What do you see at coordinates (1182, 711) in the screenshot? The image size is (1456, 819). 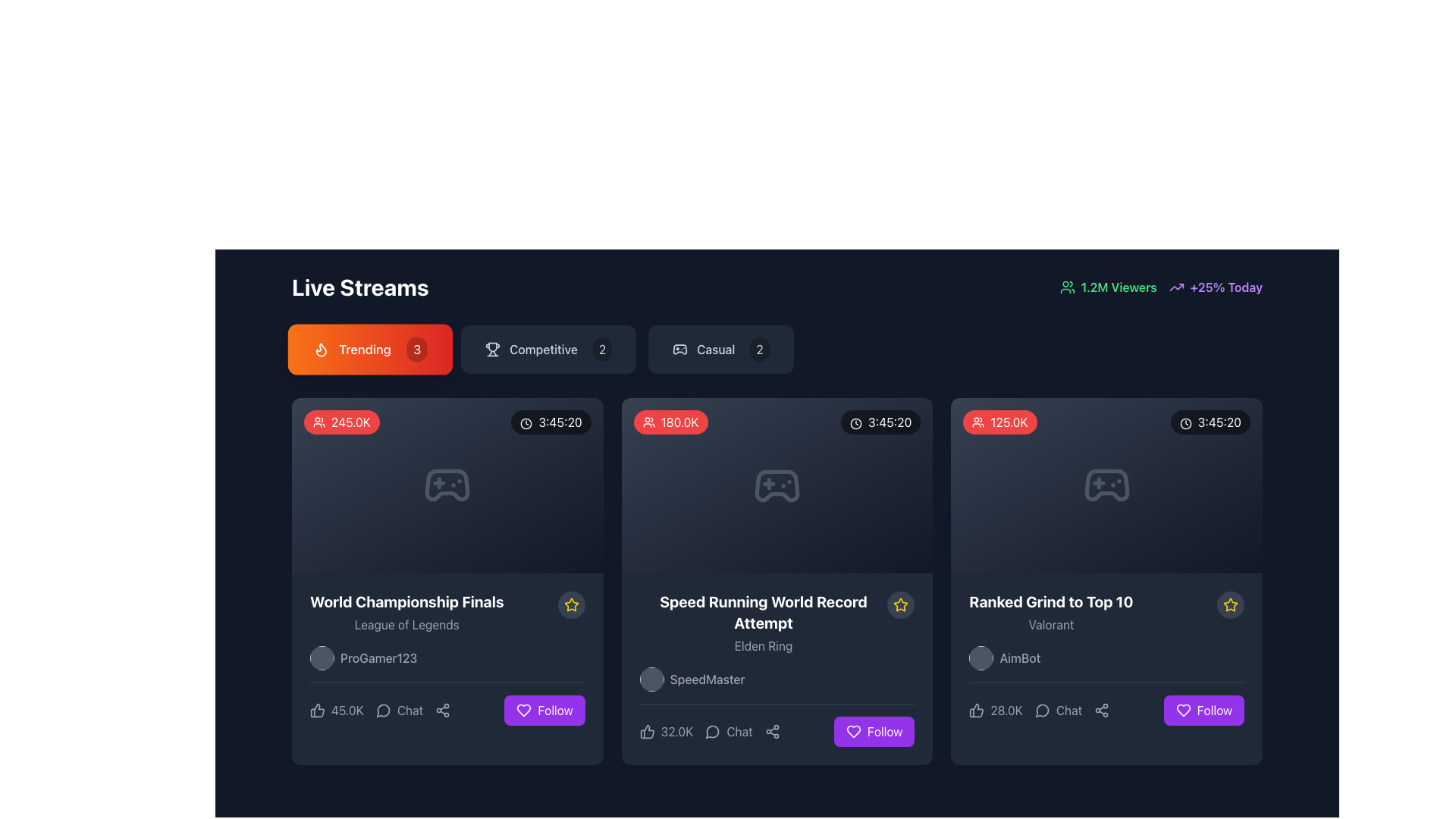 I see `the heart-shaped icon with a hollow center, styled with a thin purple stroke, located inside the purple 'Follow' button at the bottom-right corner of the 'Ranked Grind to Top 10' card` at bounding box center [1182, 711].